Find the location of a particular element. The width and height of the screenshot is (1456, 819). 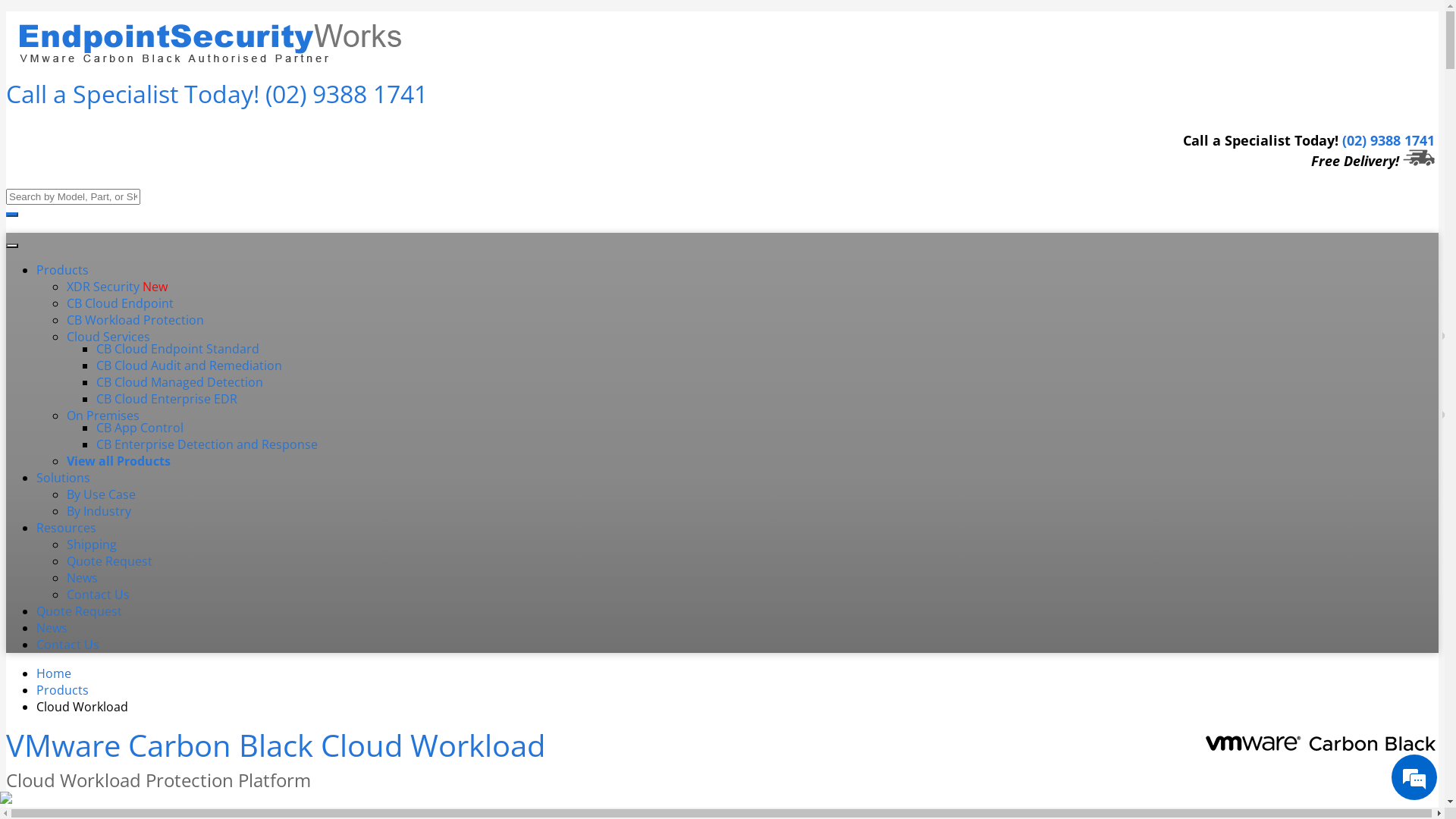

'Quote Request' is located at coordinates (108, 561).